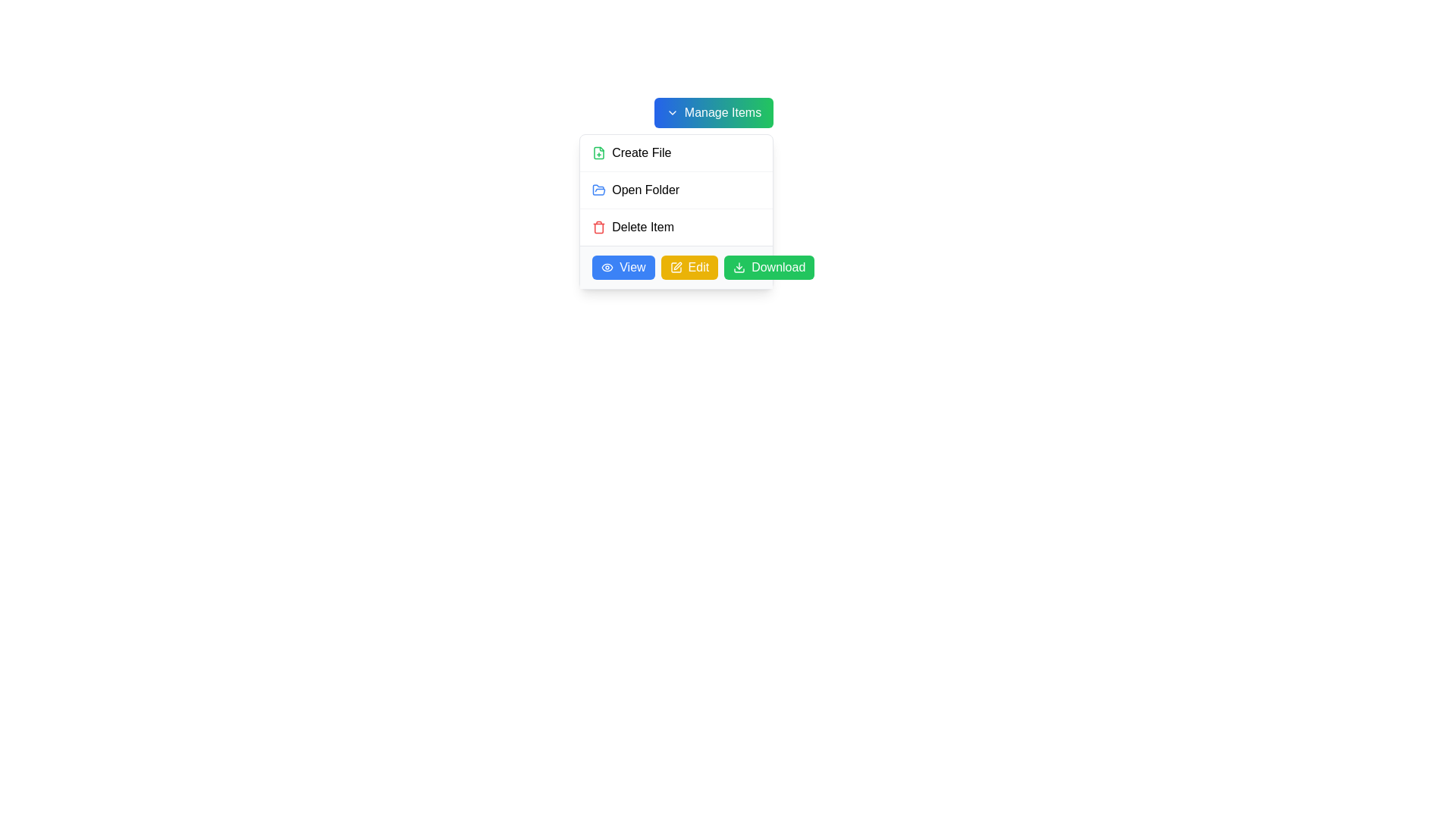 The height and width of the screenshot is (819, 1456). Describe the element at coordinates (676, 152) in the screenshot. I see `the menu item that triggers a command to create a new file, located above the 'Open Folder' and 'Delete Item' options in the vertical list under the 'Manage Items' button` at that location.